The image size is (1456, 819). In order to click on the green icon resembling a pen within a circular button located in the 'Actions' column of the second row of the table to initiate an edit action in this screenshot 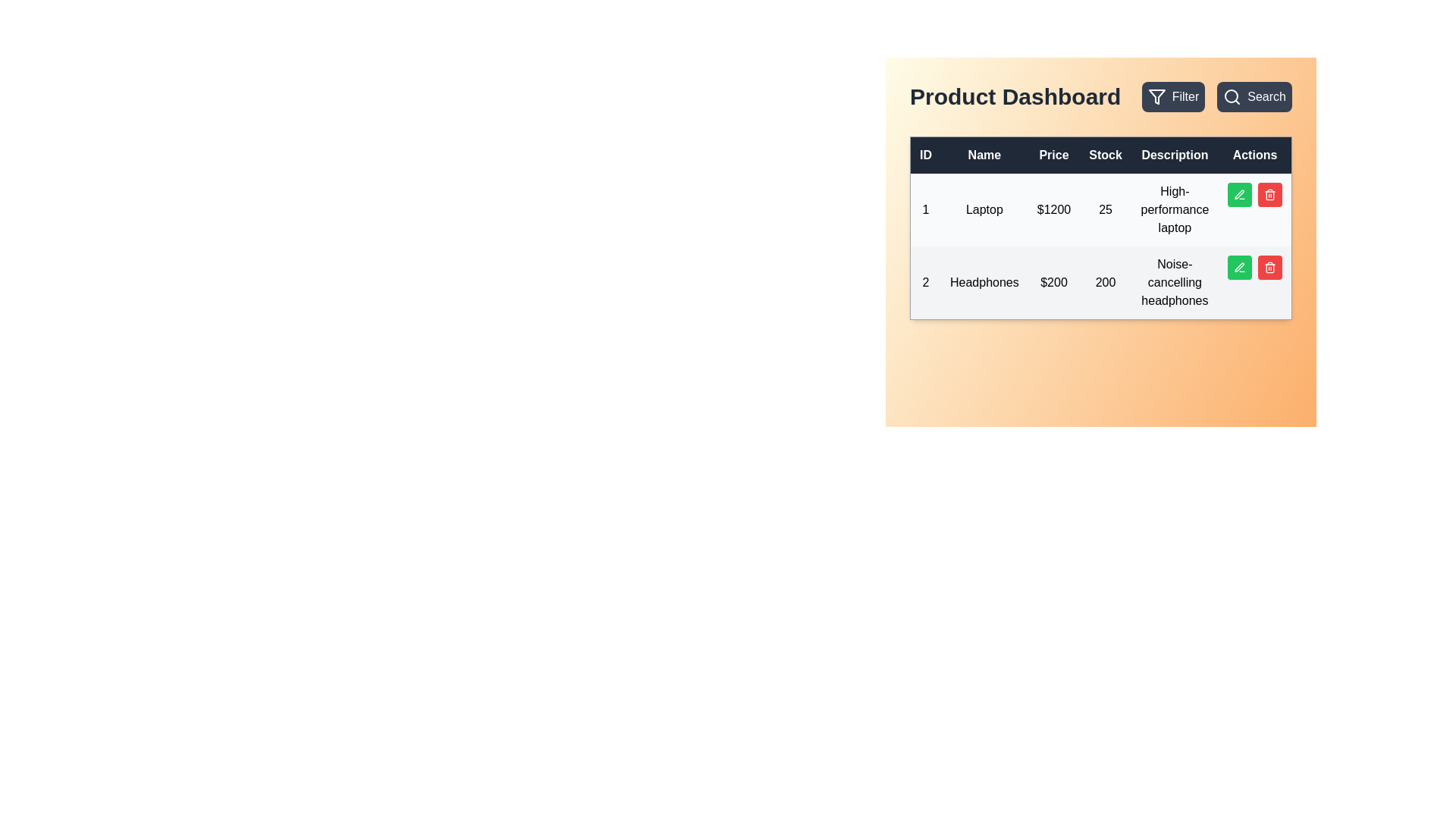, I will do `click(1240, 267)`.